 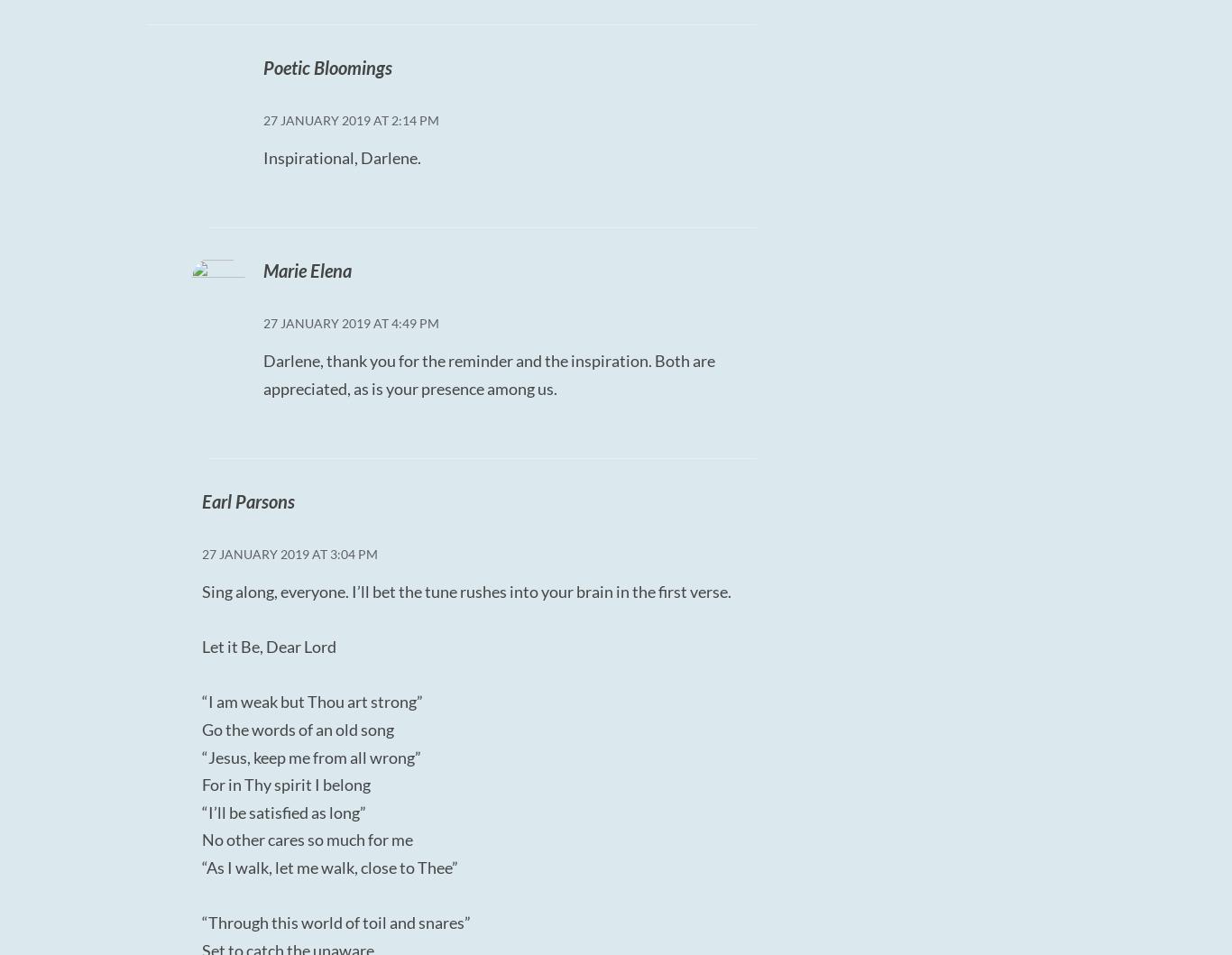 I want to click on 'Let it Be, Dear Lord', so click(x=269, y=647).